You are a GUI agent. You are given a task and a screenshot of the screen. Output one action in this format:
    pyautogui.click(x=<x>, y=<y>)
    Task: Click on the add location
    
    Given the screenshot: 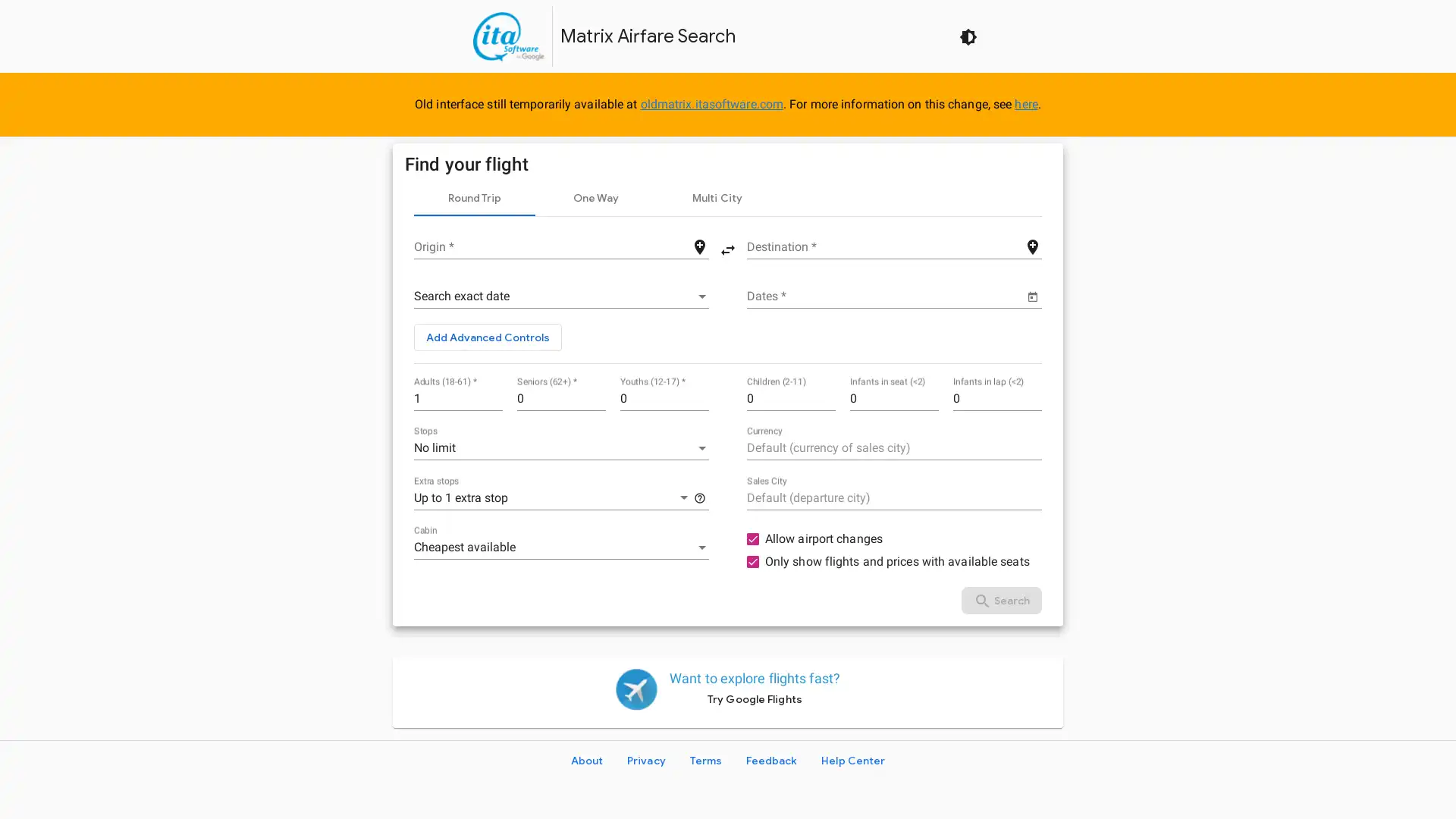 What is the action you would take?
    pyautogui.click(x=698, y=245)
    